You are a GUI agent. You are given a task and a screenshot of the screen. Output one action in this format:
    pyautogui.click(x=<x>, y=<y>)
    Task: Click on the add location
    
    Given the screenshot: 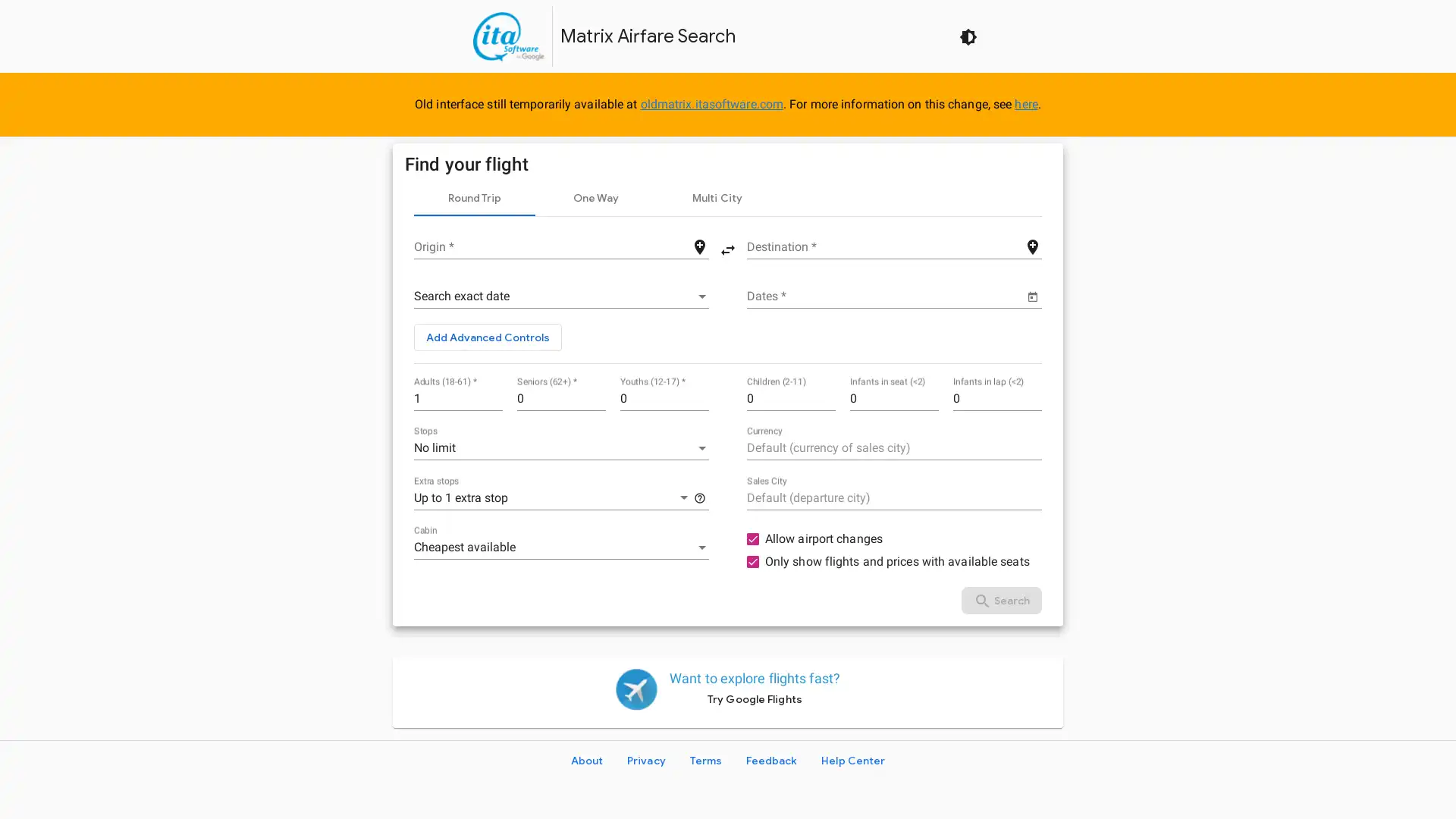 What is the action you would take?
    pyautogui.click(x=698, y=245)
    